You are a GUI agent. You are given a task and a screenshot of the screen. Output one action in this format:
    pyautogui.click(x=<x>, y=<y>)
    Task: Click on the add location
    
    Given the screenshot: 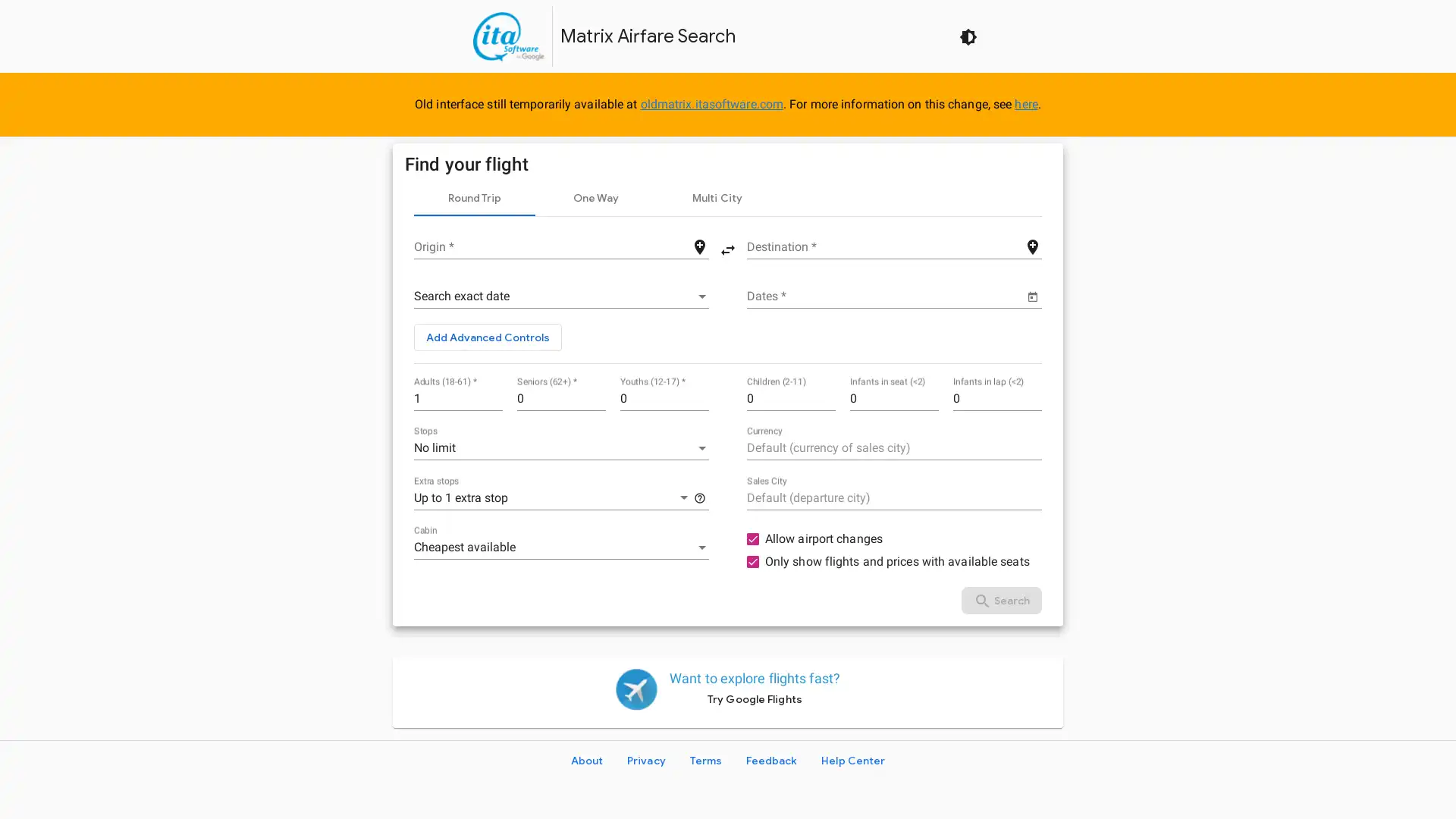 What is the action you would take?
    pyautogui.click(x=698, y=245)
    